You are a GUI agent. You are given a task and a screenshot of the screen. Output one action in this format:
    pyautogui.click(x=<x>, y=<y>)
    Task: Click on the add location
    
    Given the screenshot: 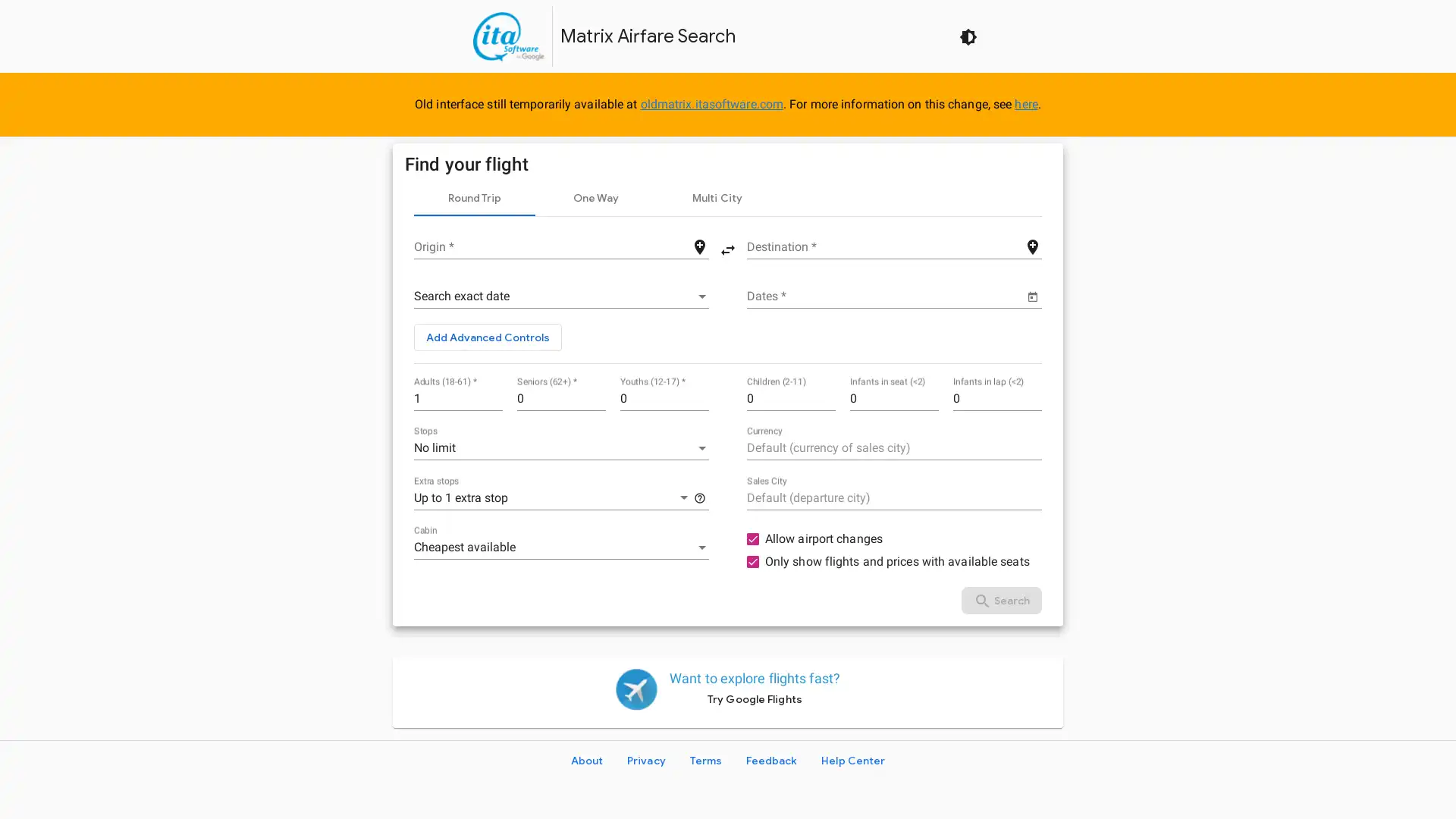 What is the action you would take?
    pyautogui.click(x=698, y=245)
    